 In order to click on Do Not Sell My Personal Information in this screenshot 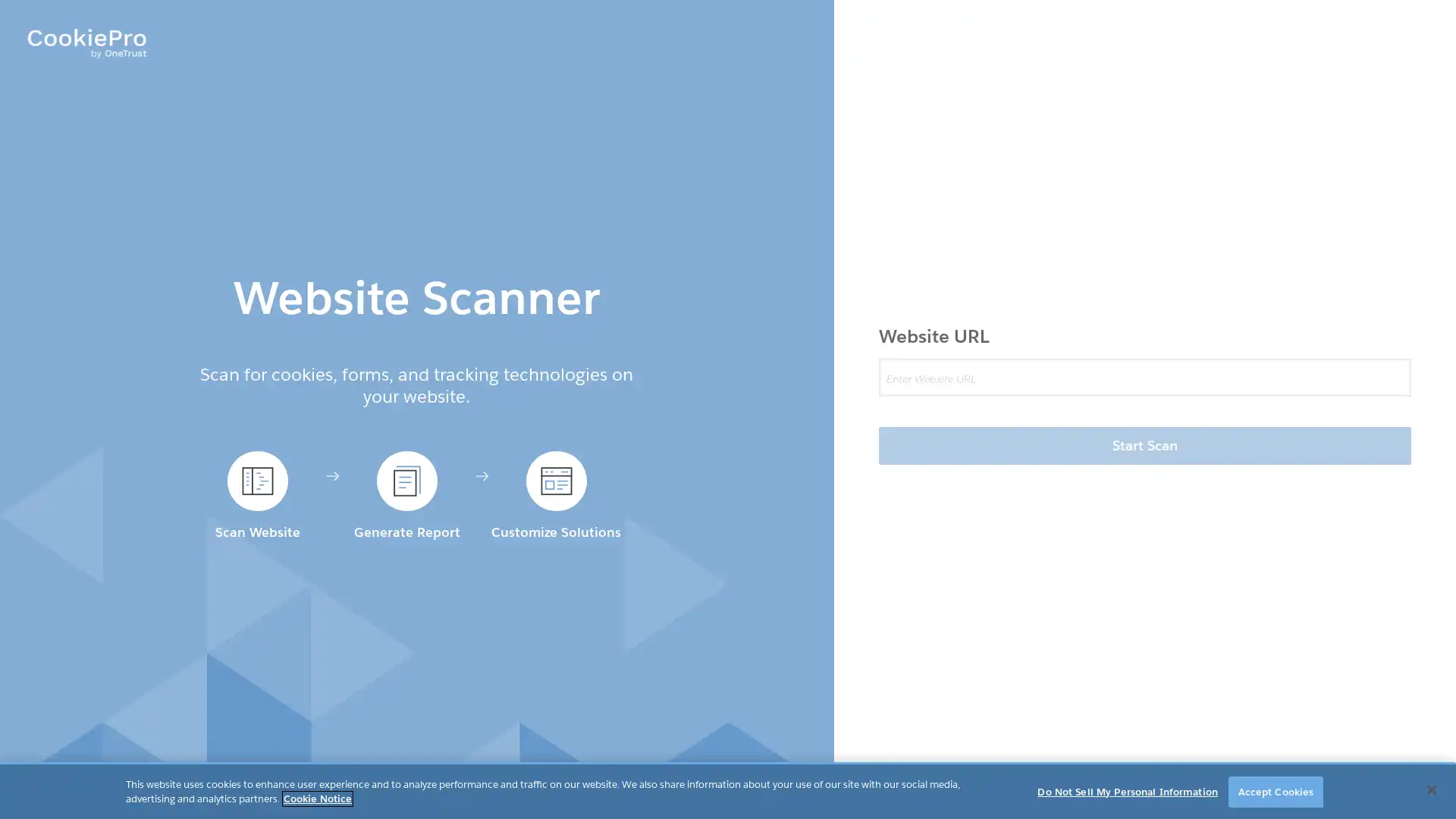, I will do `click(1128, 791)`.